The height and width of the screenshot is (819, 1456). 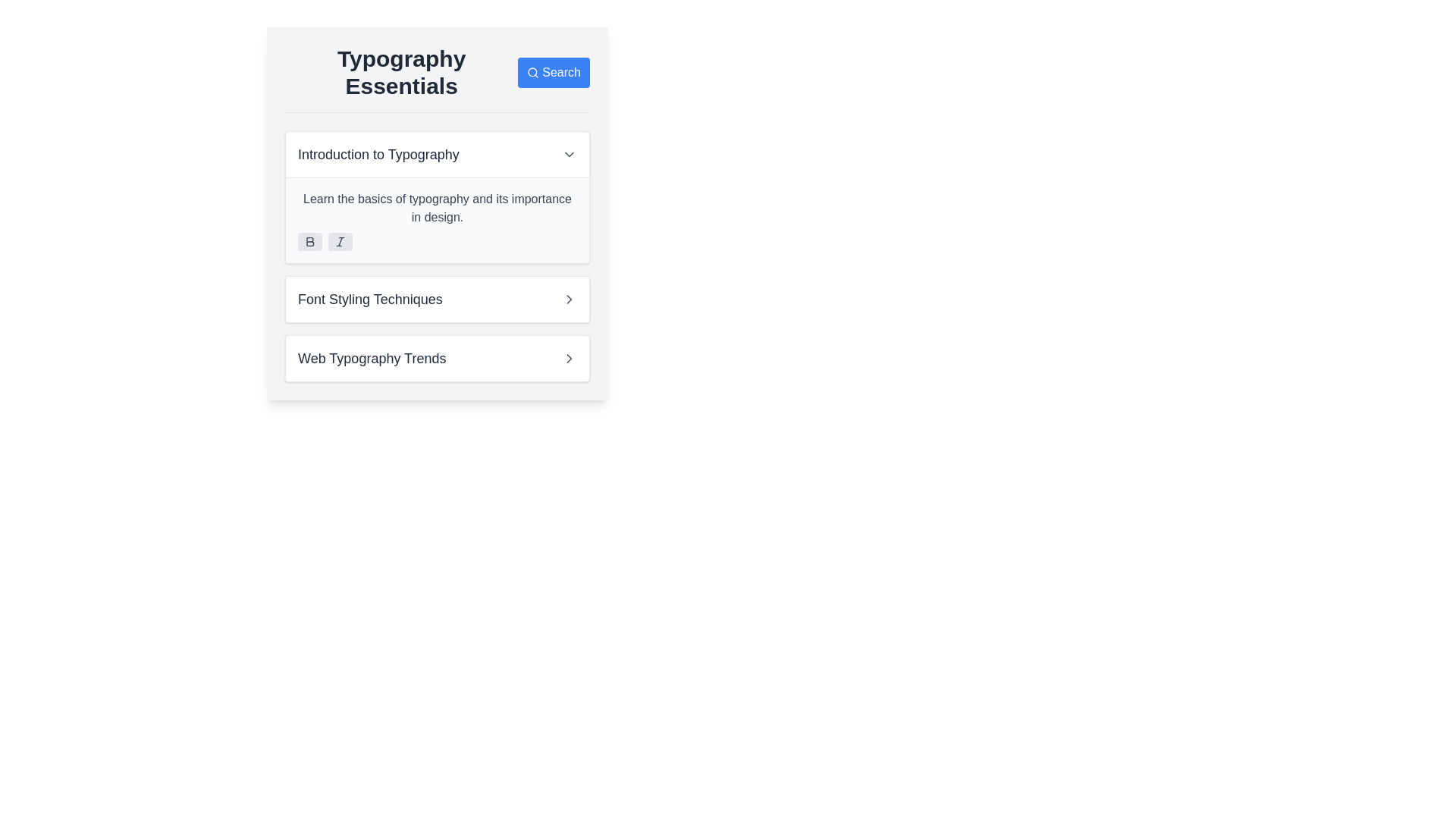 I want to click on the second list item in the 'Typography Essentials' section, which represents 'Font Styling Techniques', so click(x=436, y=299).